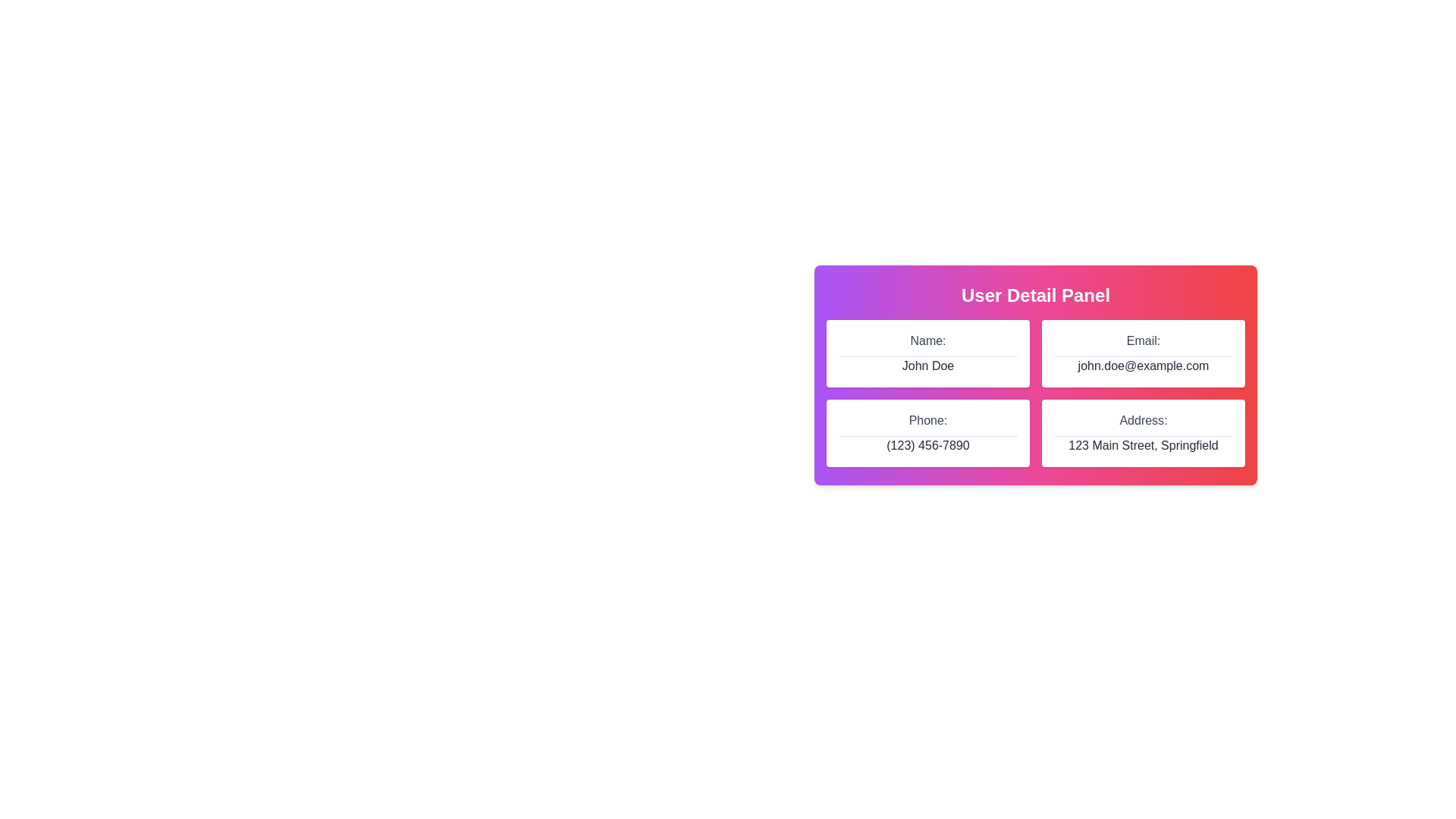 This screenshot has height=819, width=1456. I want to click on address information from the informational card titled 'Address:' located at the bottom right side of the grid layout, so click(1143, 433).